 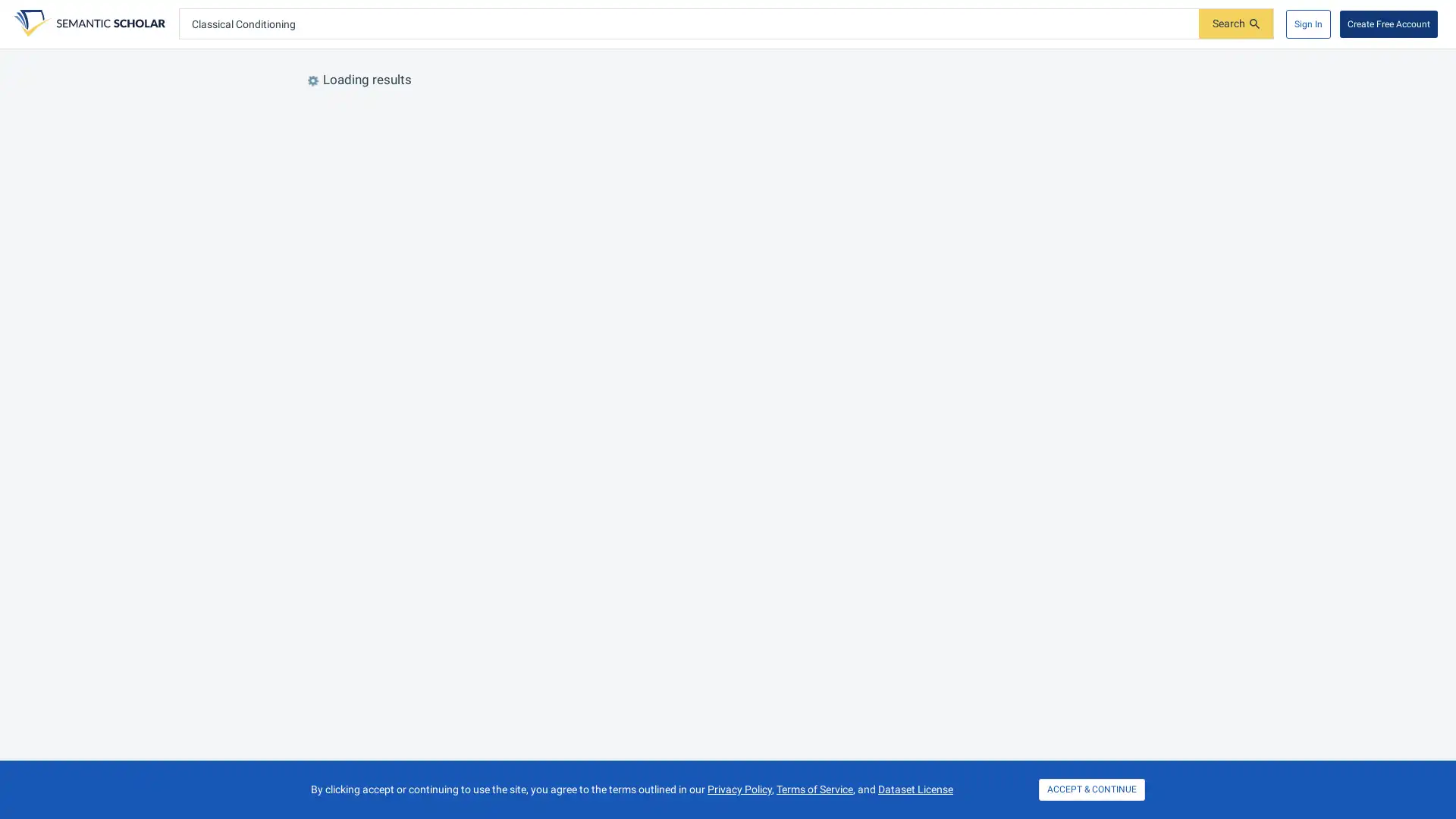 I want to click on Save to Library, so click(x=416, y=205).